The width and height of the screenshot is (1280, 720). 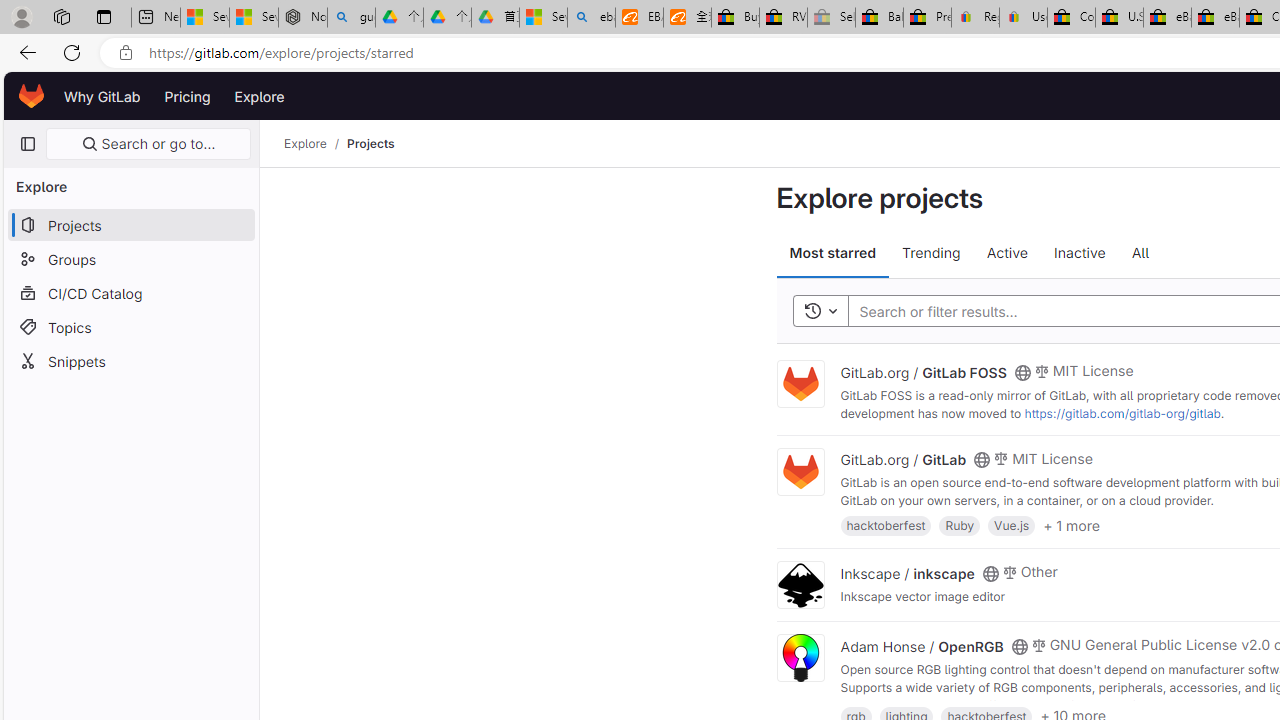 What do you see at coordinates (783, 17) in the screenshot?
I see `'RV, Trailer & Camper Steps & Ladders for sale | eBay'` at bounding box center [783, 17].